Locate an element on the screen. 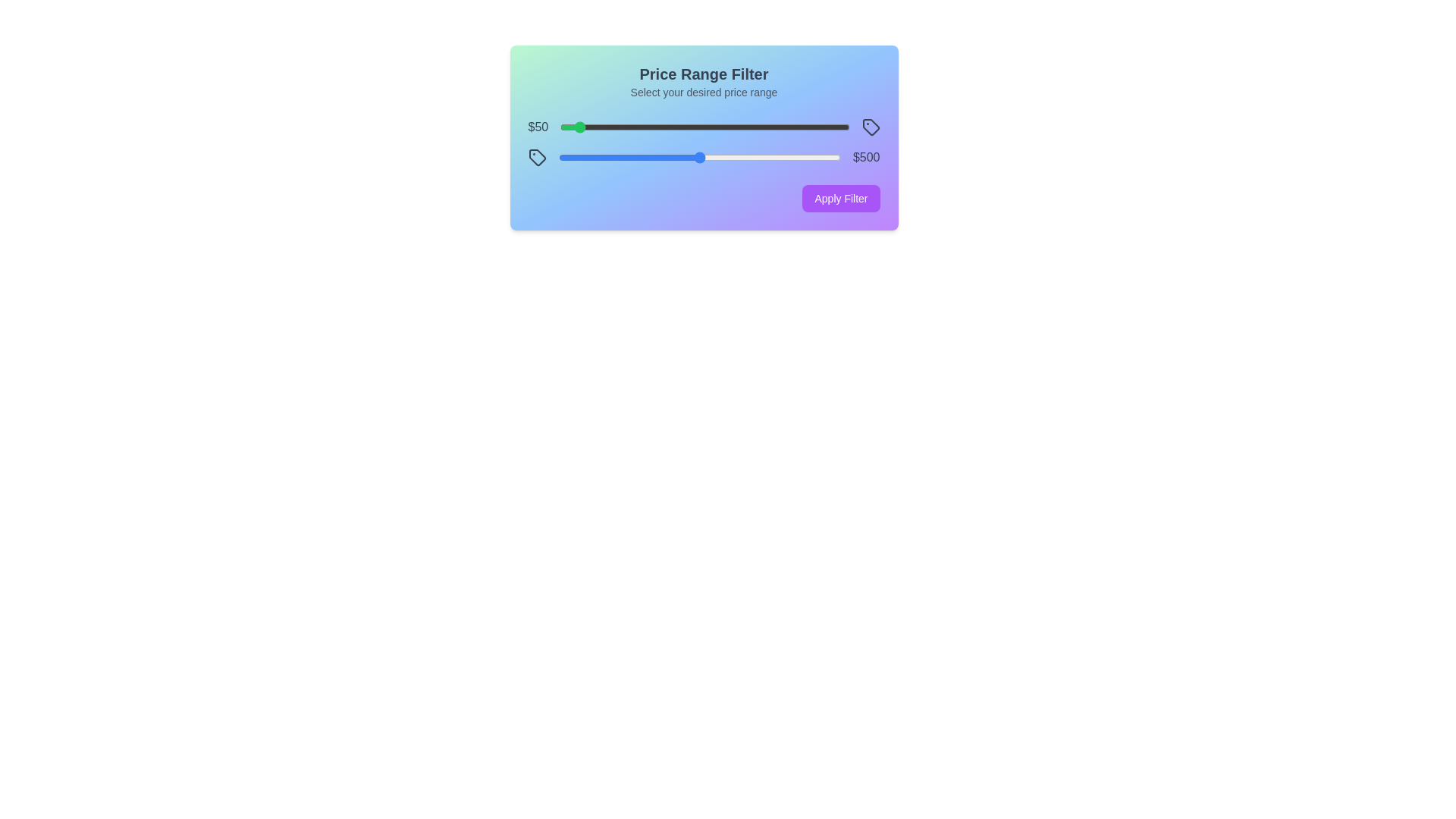 This screenshot has height=819, width=1456. the maximum price slider to 229 is located at coordinates (623, 158).